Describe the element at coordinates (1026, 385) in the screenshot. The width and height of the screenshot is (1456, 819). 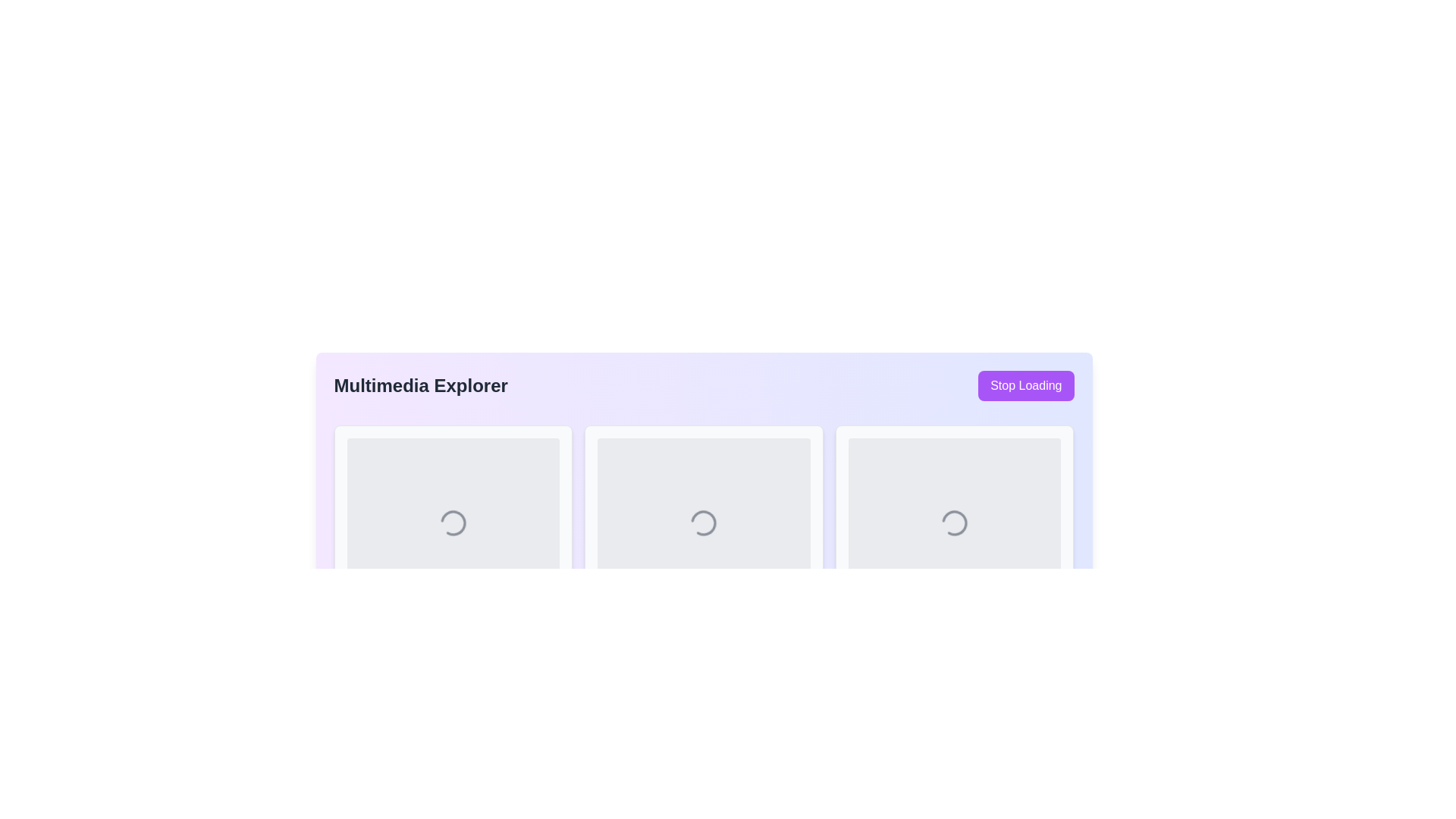
I see `the 'Stop Loading' button, which is a purple rectangular button with rounded corners located in the top-right corner of the interface` at that location.